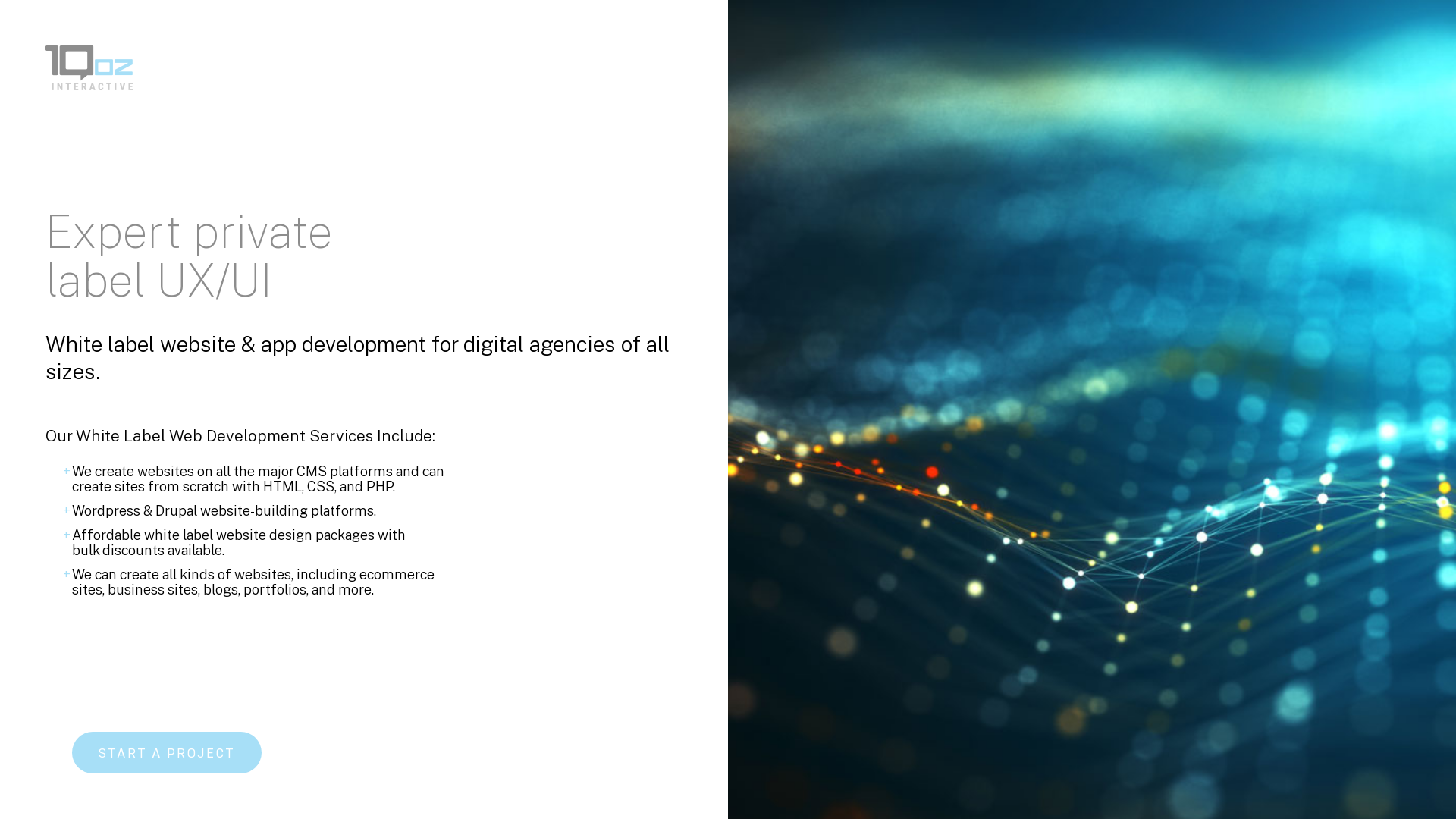 This screenshot has height=819, width=1456. What do you see at coordinates (71, 752) in the screenshot?
I see `'START A PROJECT'` at bounding box center [71, 752].